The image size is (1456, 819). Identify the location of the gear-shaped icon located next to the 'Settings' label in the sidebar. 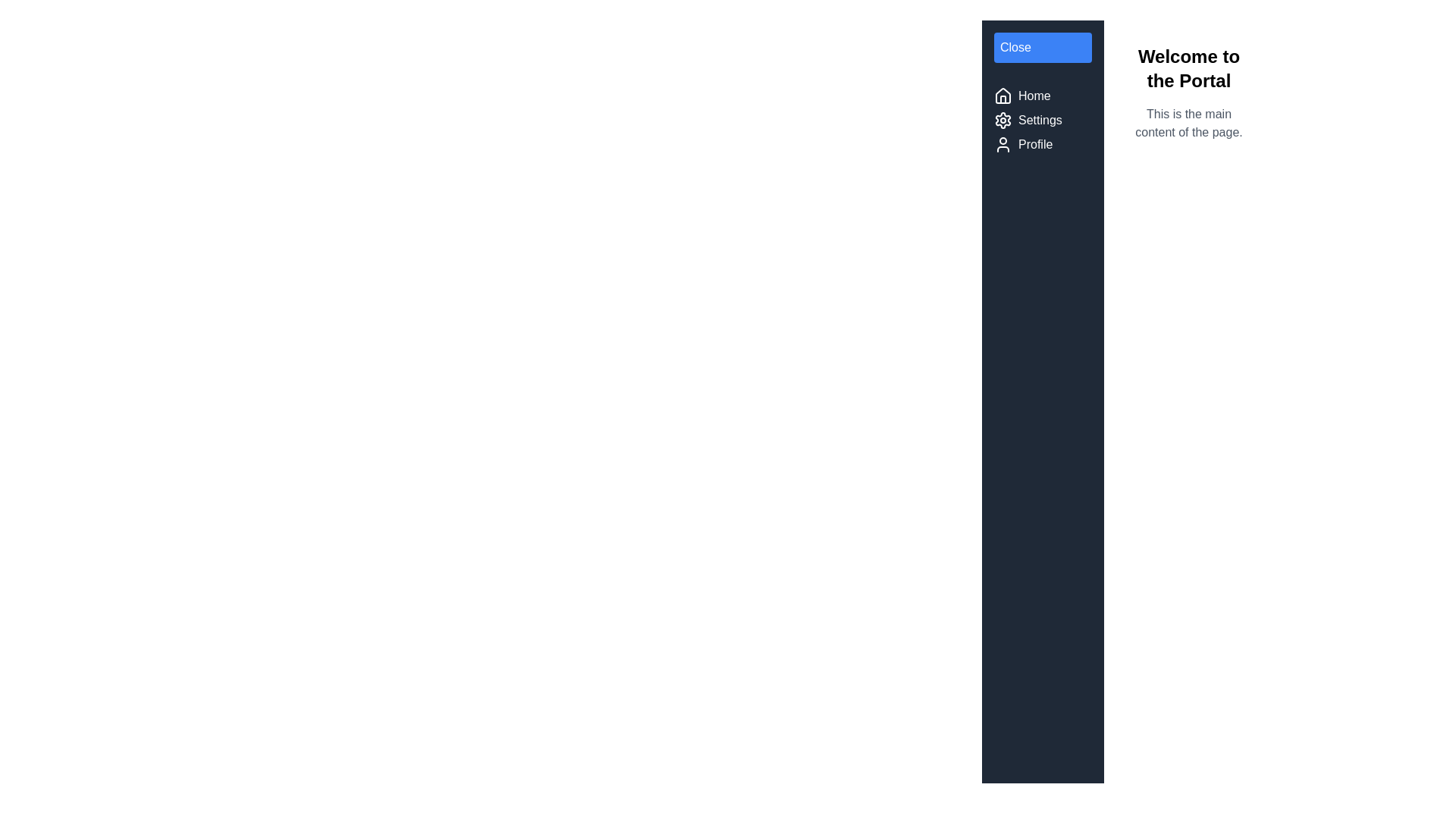
(1003, 119).